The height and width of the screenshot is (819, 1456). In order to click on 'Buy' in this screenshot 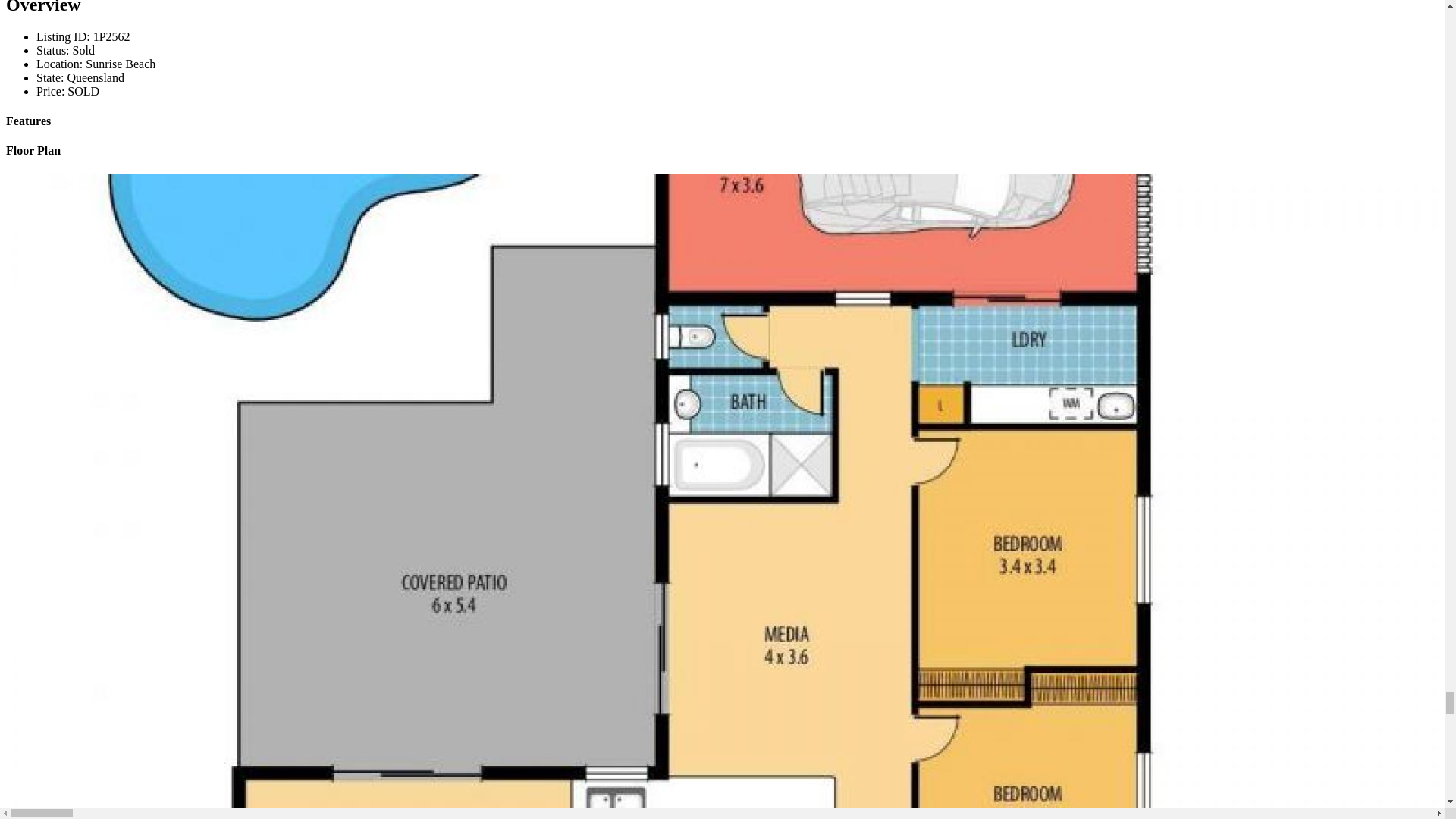, I will do `click(46, 18)`.